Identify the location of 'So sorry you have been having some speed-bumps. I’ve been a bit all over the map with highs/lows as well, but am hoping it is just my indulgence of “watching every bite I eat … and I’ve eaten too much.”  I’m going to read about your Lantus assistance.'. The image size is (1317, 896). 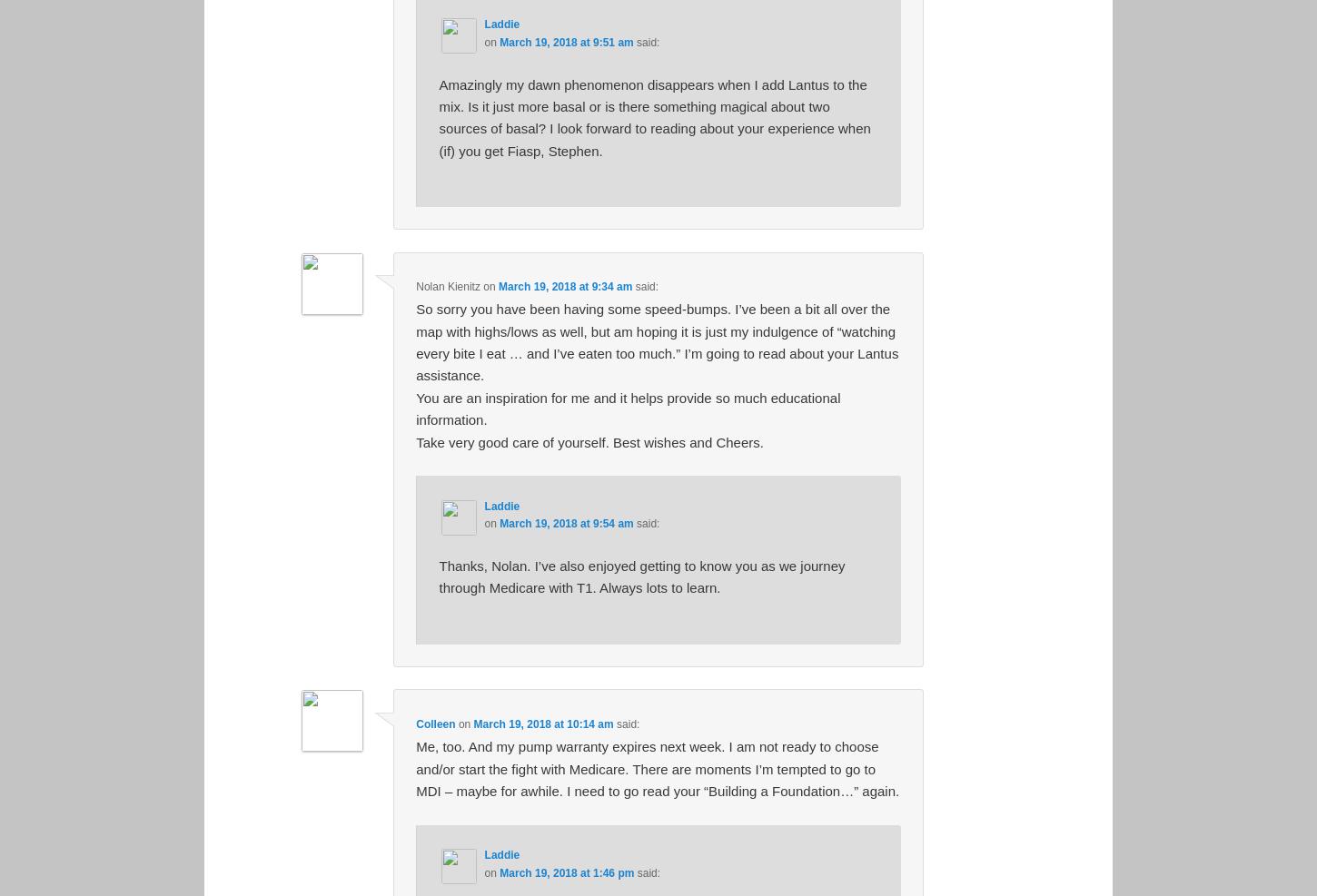
(656, 342).